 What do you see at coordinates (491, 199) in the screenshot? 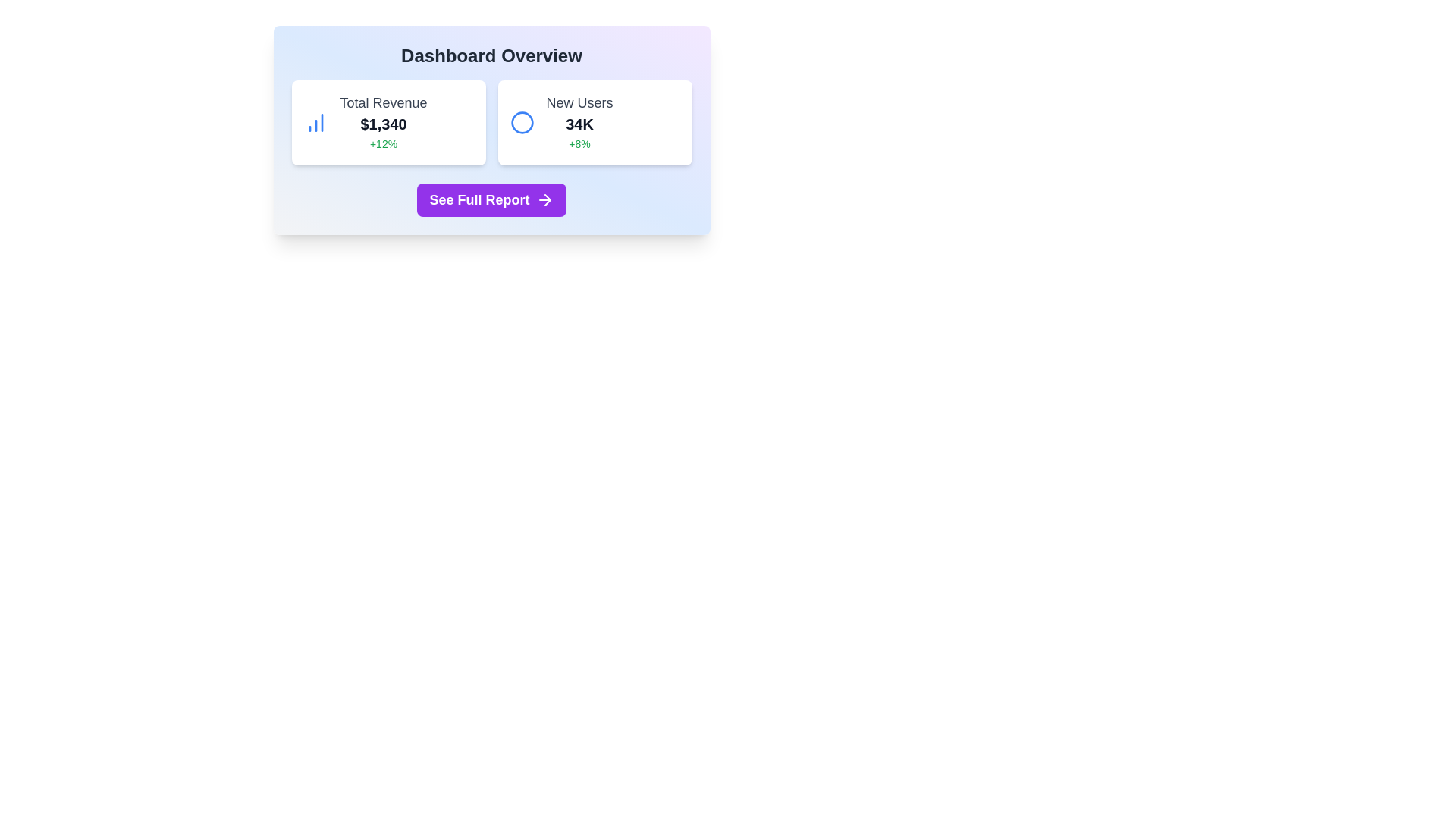
I see `the rectangular button with a purple background and white text that reads 'See Full Report' to trigger a visual effect` at bounding box center [491, 199].